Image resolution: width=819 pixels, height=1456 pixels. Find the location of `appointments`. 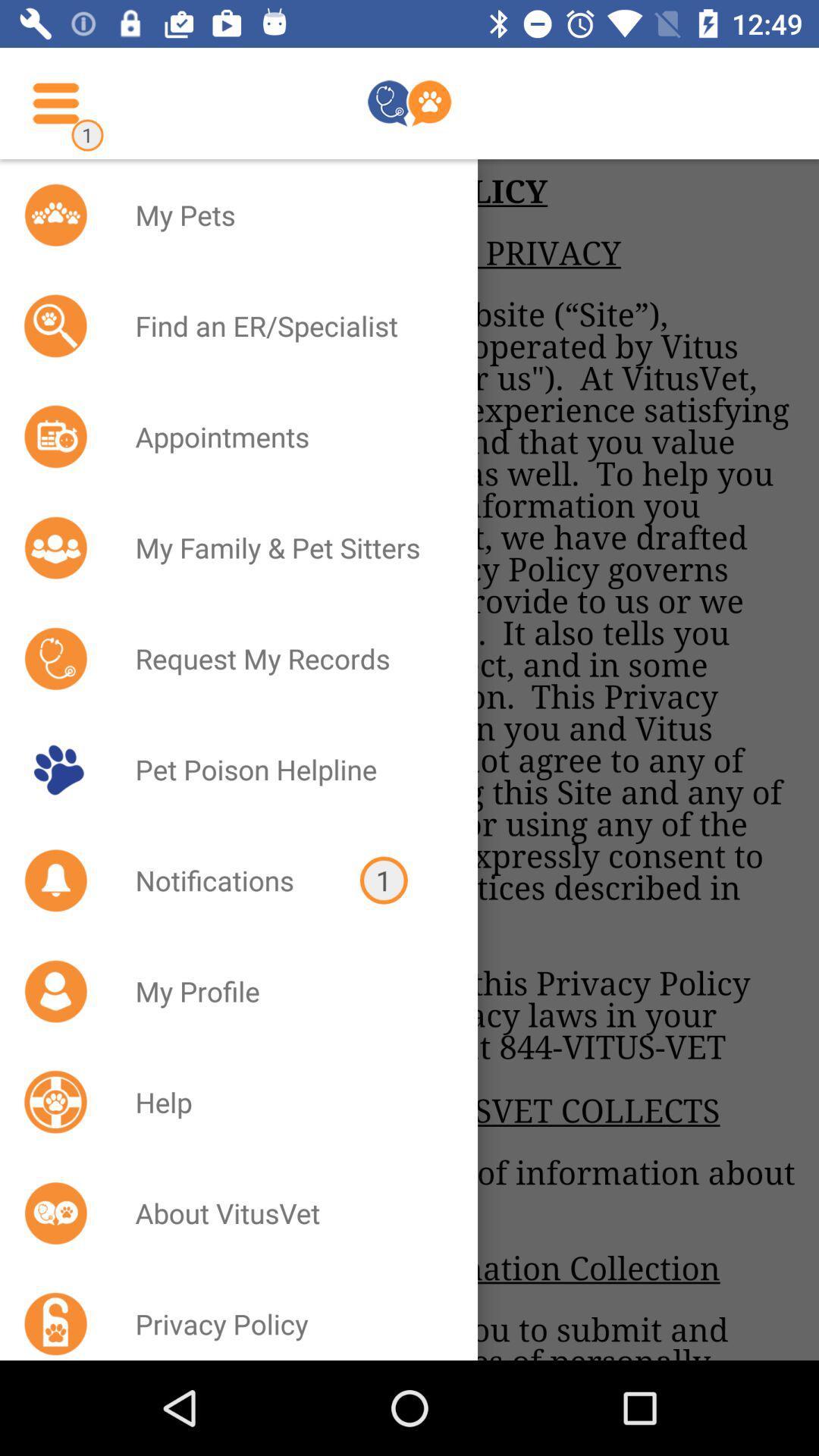

appointments is located at coordinates (287, 436).